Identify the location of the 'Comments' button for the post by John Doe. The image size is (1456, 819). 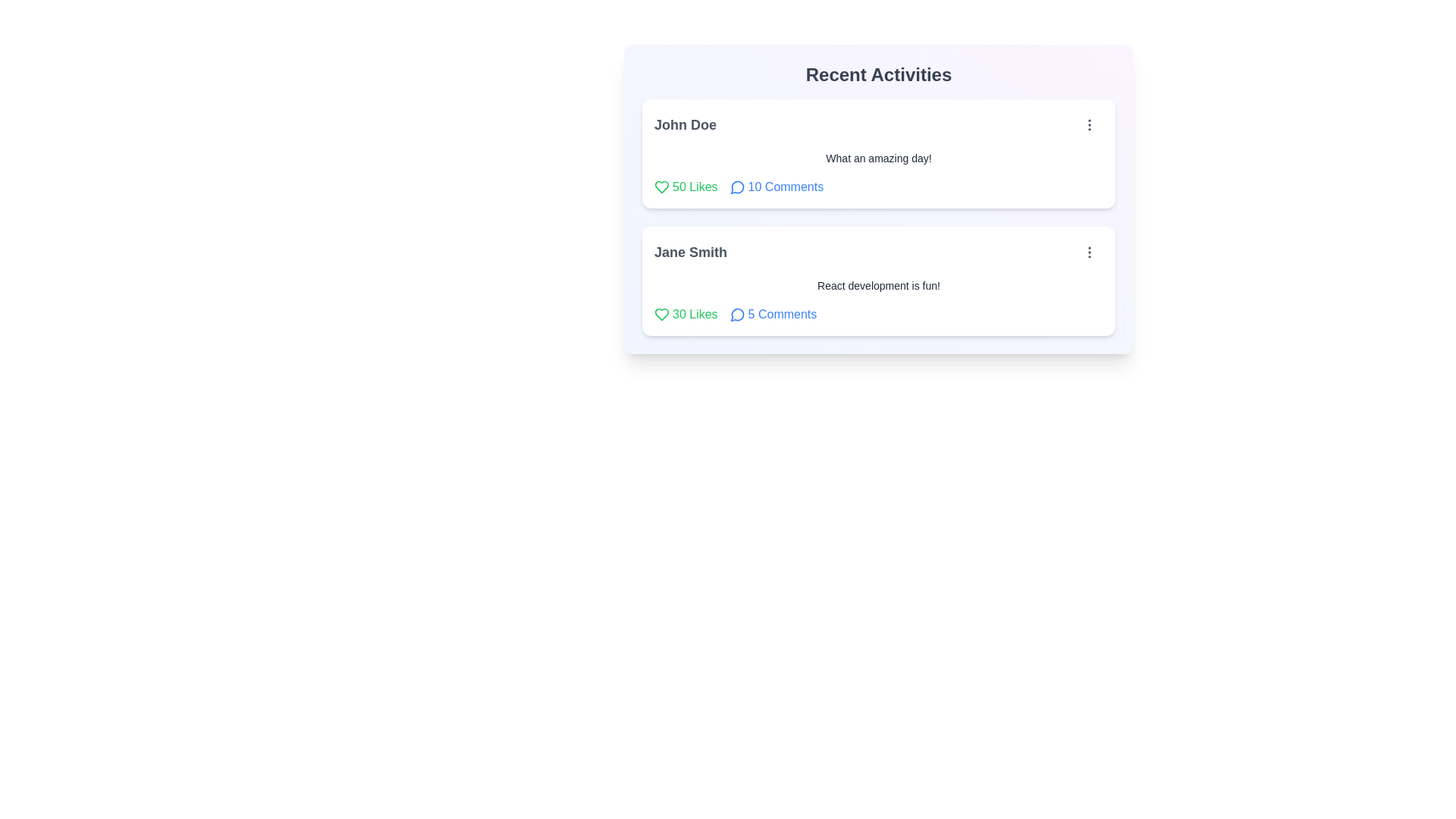
(777, 186).